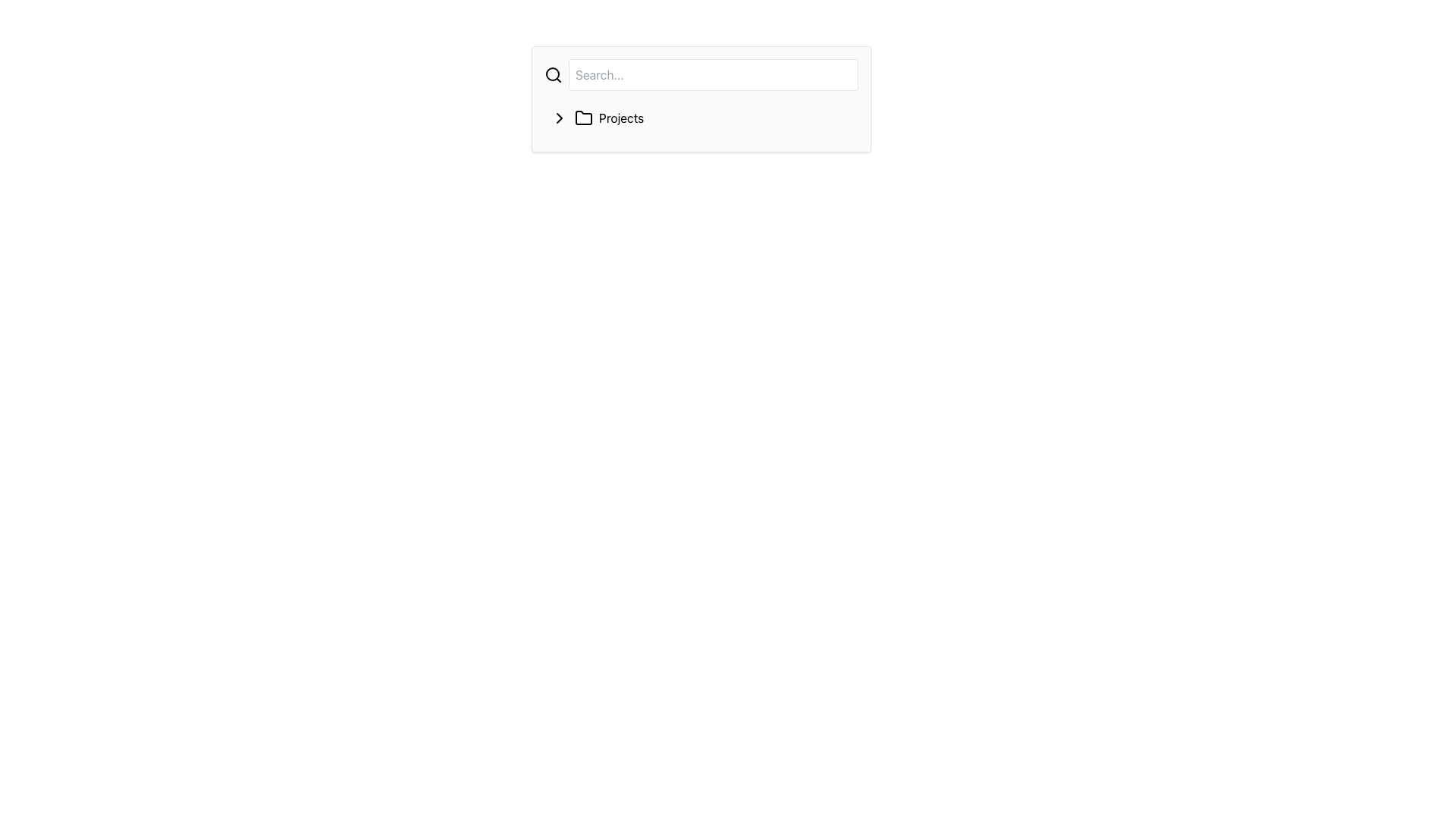  I want to click on the folder icon representing the 'Projects' section for any visual feedback, so click(582, 117).